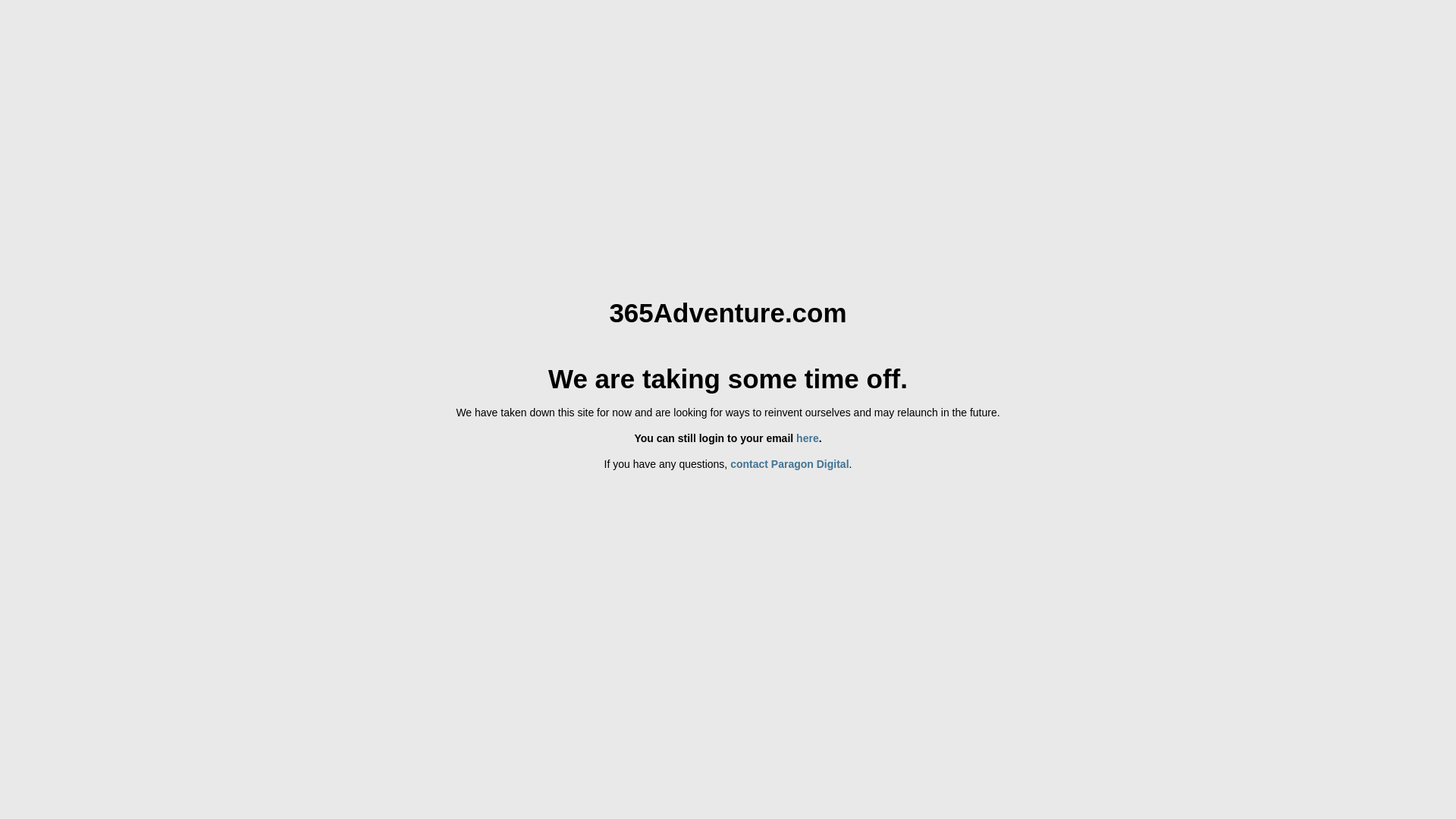  Describe the element at coordinates (789, 463) in the screenshot. I see `'contact Paragon Digital'` at that location.